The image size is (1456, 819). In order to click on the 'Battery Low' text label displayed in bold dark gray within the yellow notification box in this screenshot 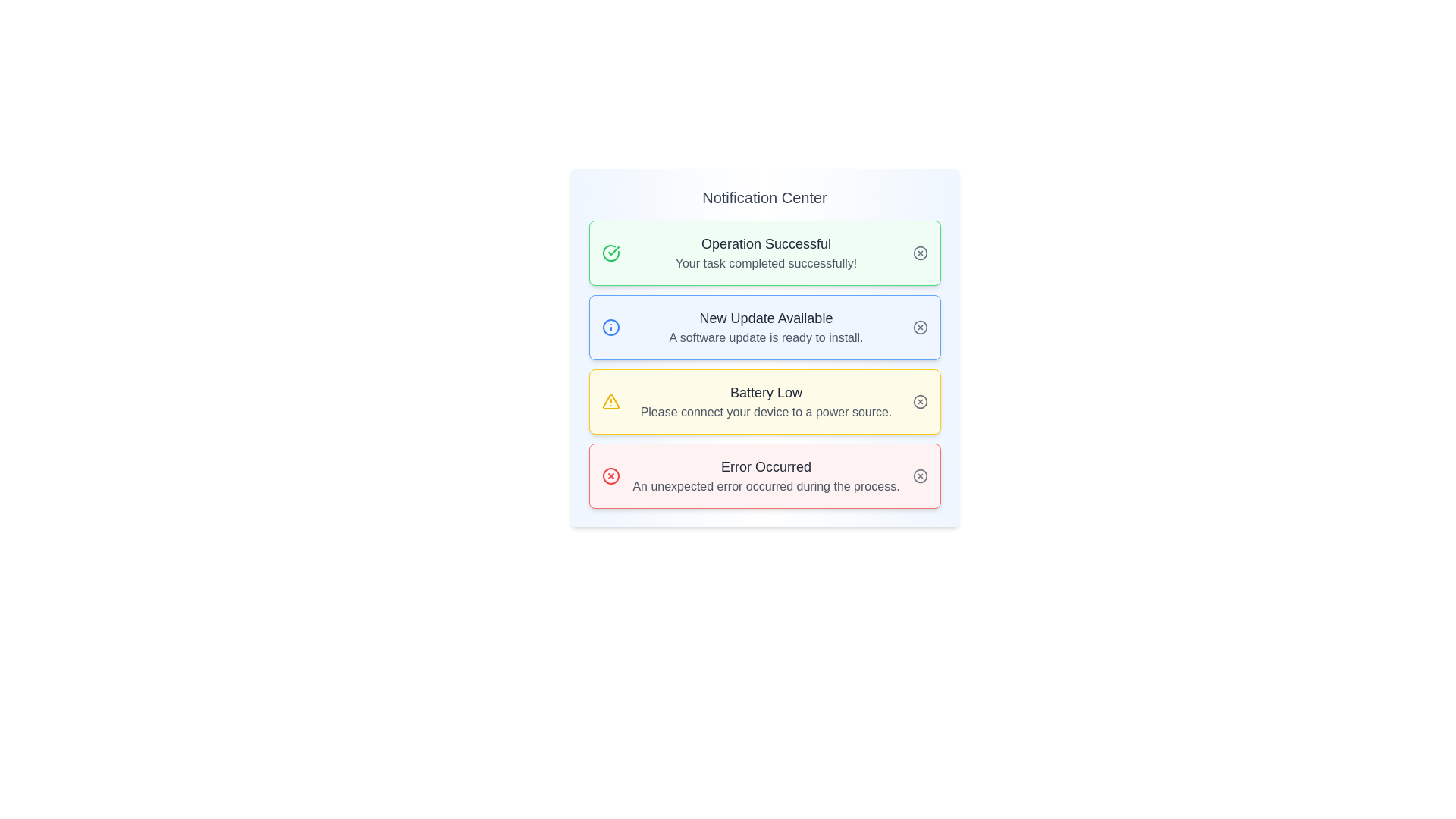, I will do `click(766, 391)`.